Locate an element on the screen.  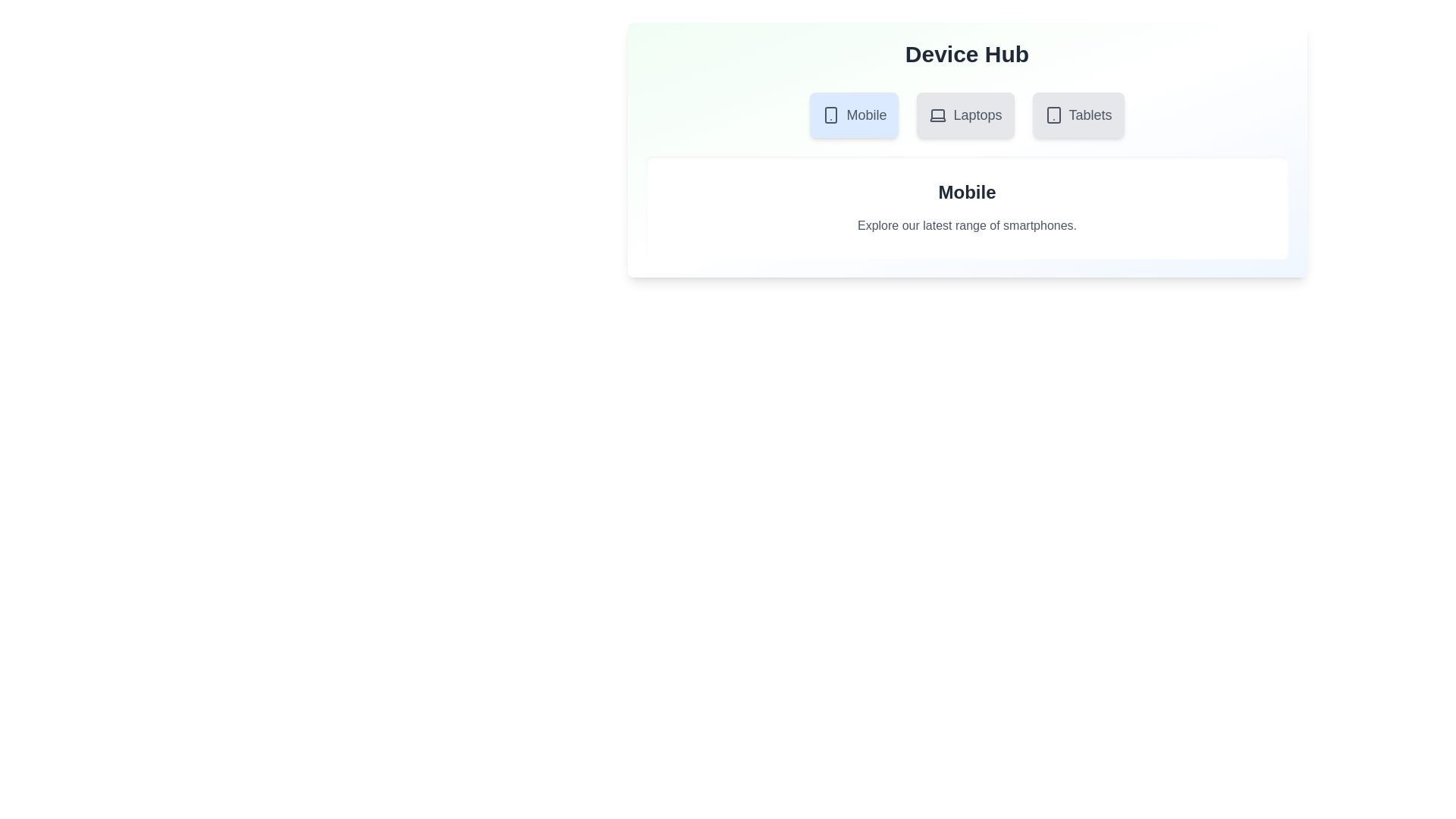
the tab labeled Mobile to inspect its visual styles is located at coordinates (854, 114).